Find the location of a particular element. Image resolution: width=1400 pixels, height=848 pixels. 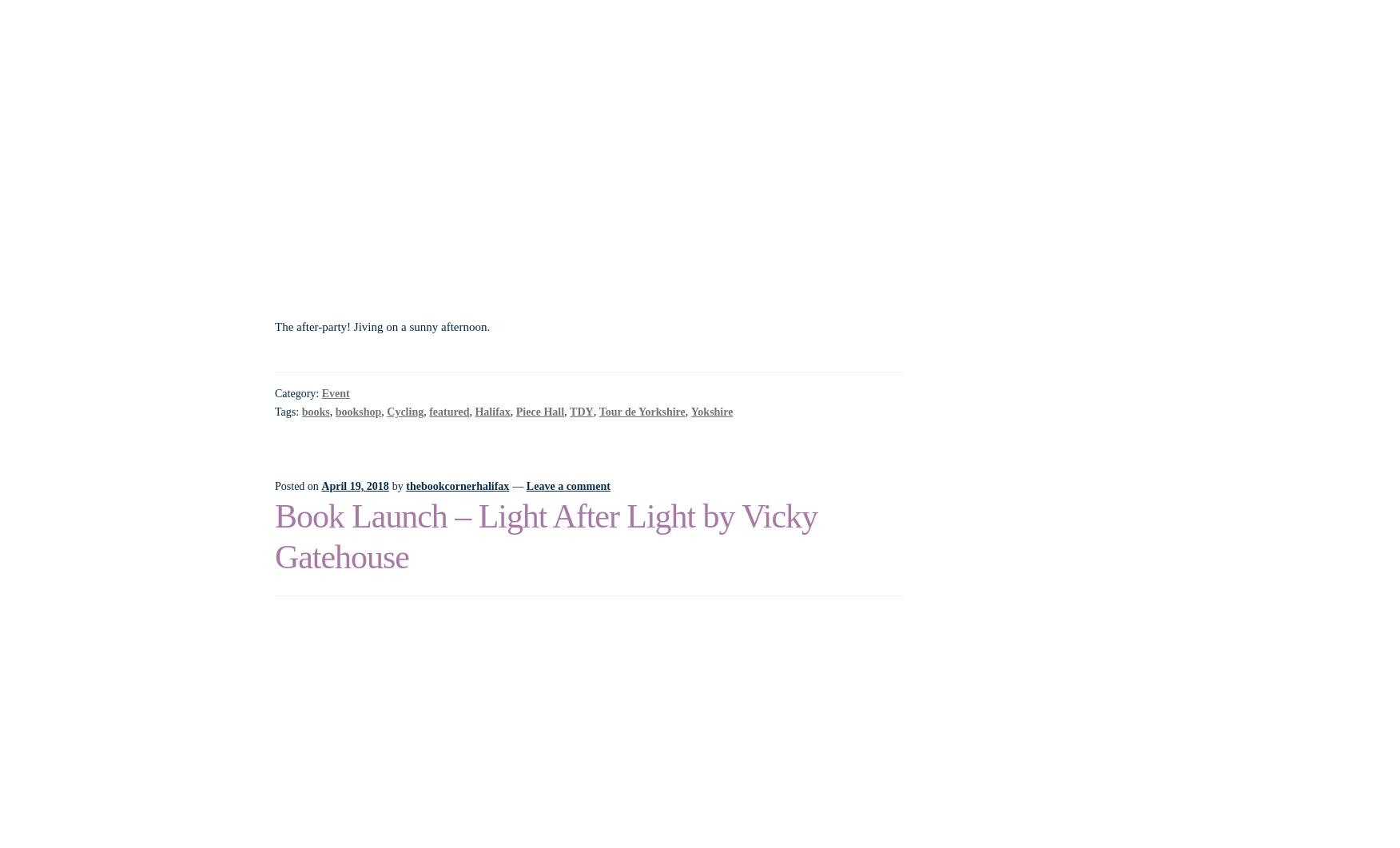

'by' is located at coordinates (398, 485).